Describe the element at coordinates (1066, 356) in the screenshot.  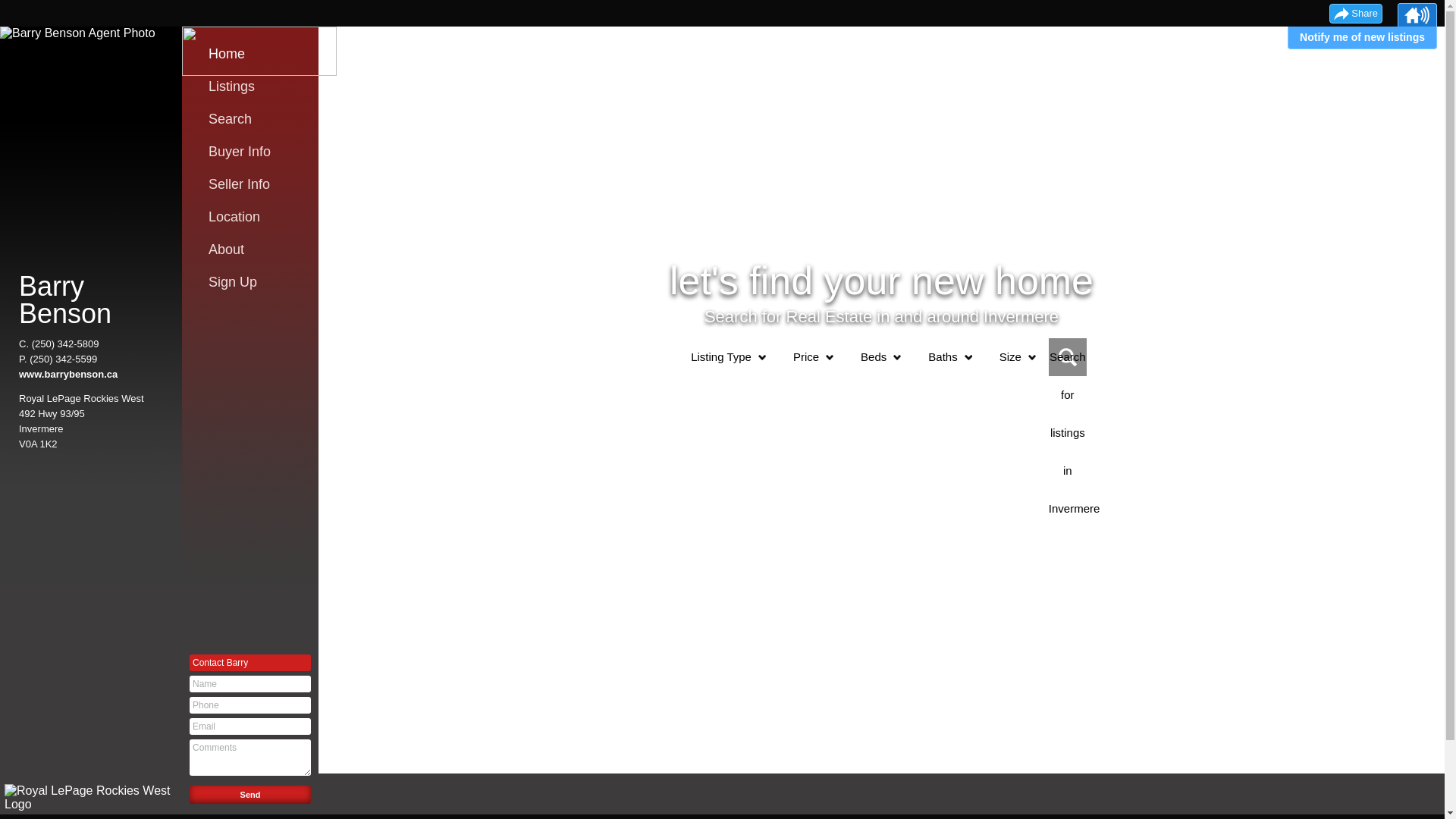
I see `'Search for listings in Invermere'` at that location.